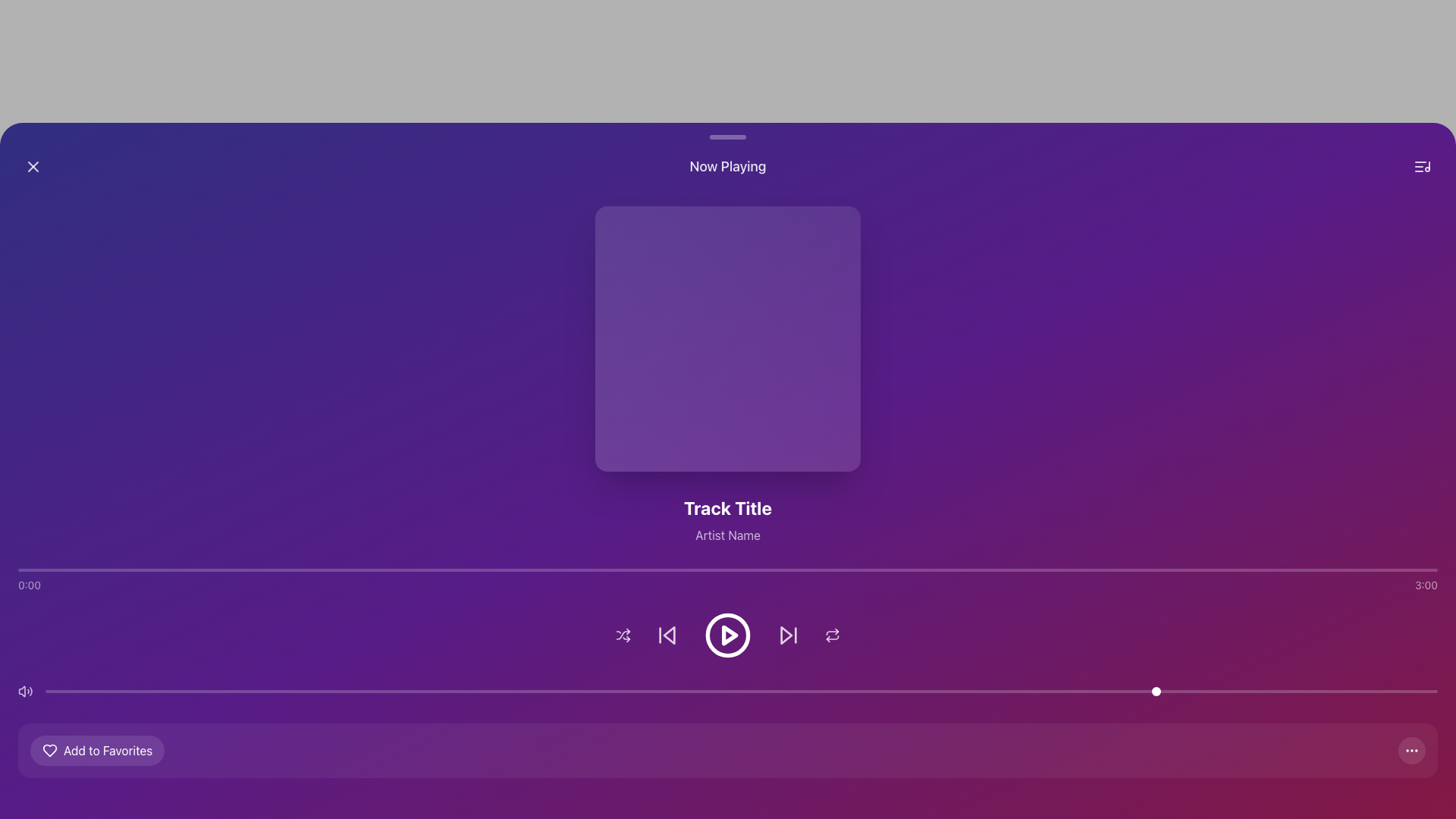 The height and width of the screenshot is (819, 1456). I want to click on the slider value, so click(1382, 691).